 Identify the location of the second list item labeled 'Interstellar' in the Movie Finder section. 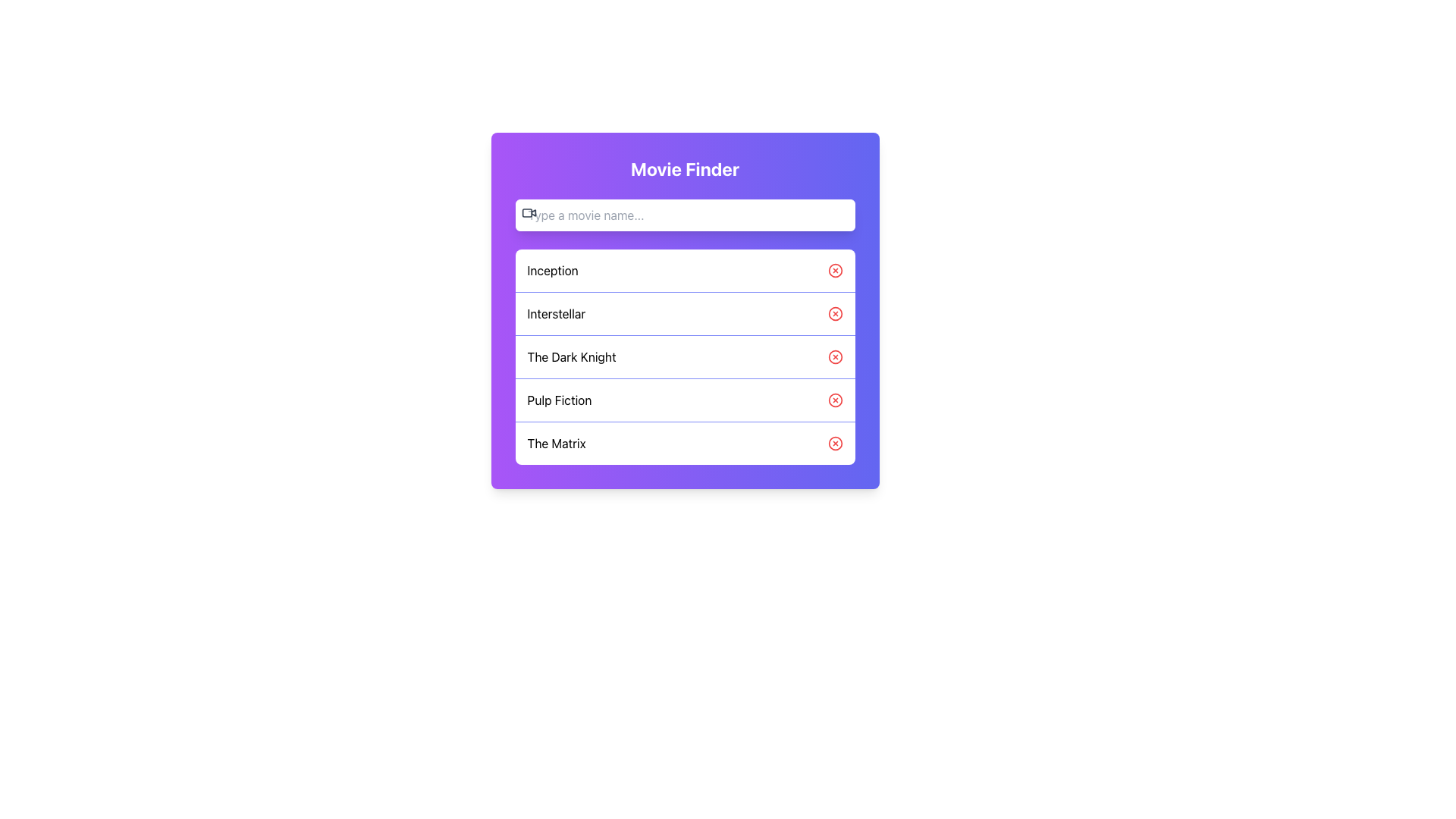
(684, 312).